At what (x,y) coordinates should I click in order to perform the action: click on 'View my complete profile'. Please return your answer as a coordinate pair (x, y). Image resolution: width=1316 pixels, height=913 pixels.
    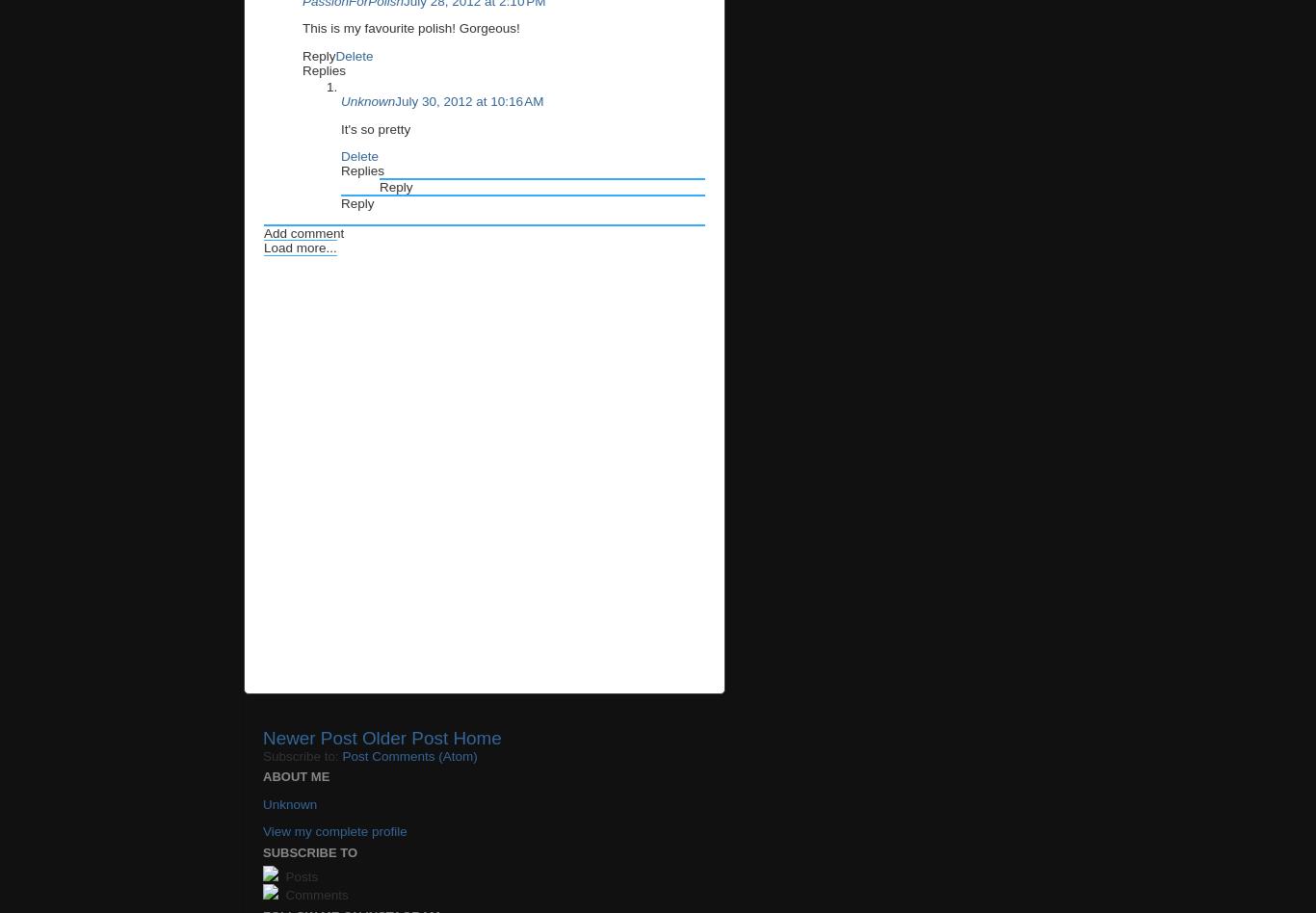
    Looking at the image, I should click on (333, 830).